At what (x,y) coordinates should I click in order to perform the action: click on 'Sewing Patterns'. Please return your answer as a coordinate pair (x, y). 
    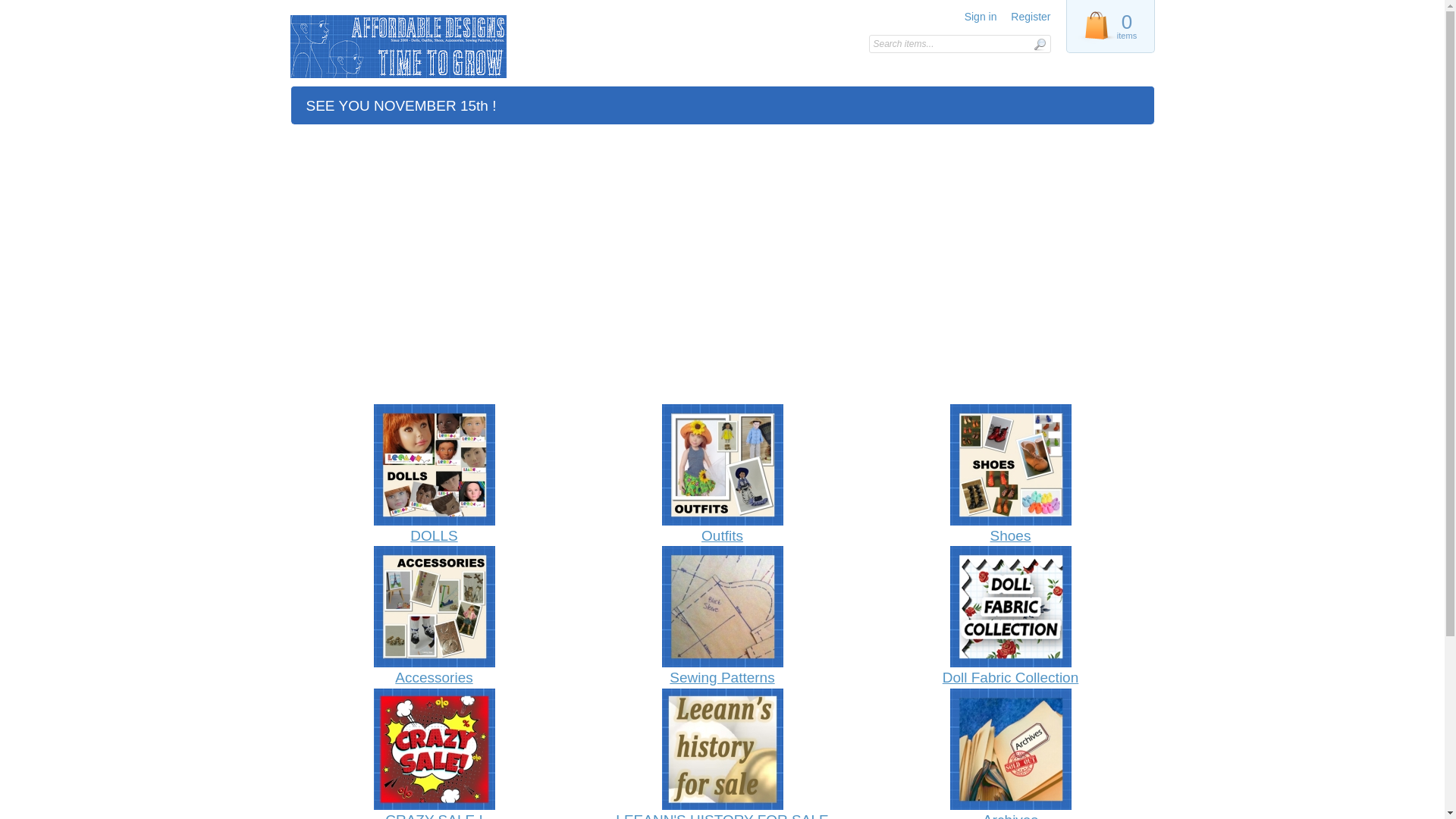
    Looking at the image, I should click on (720, 617).